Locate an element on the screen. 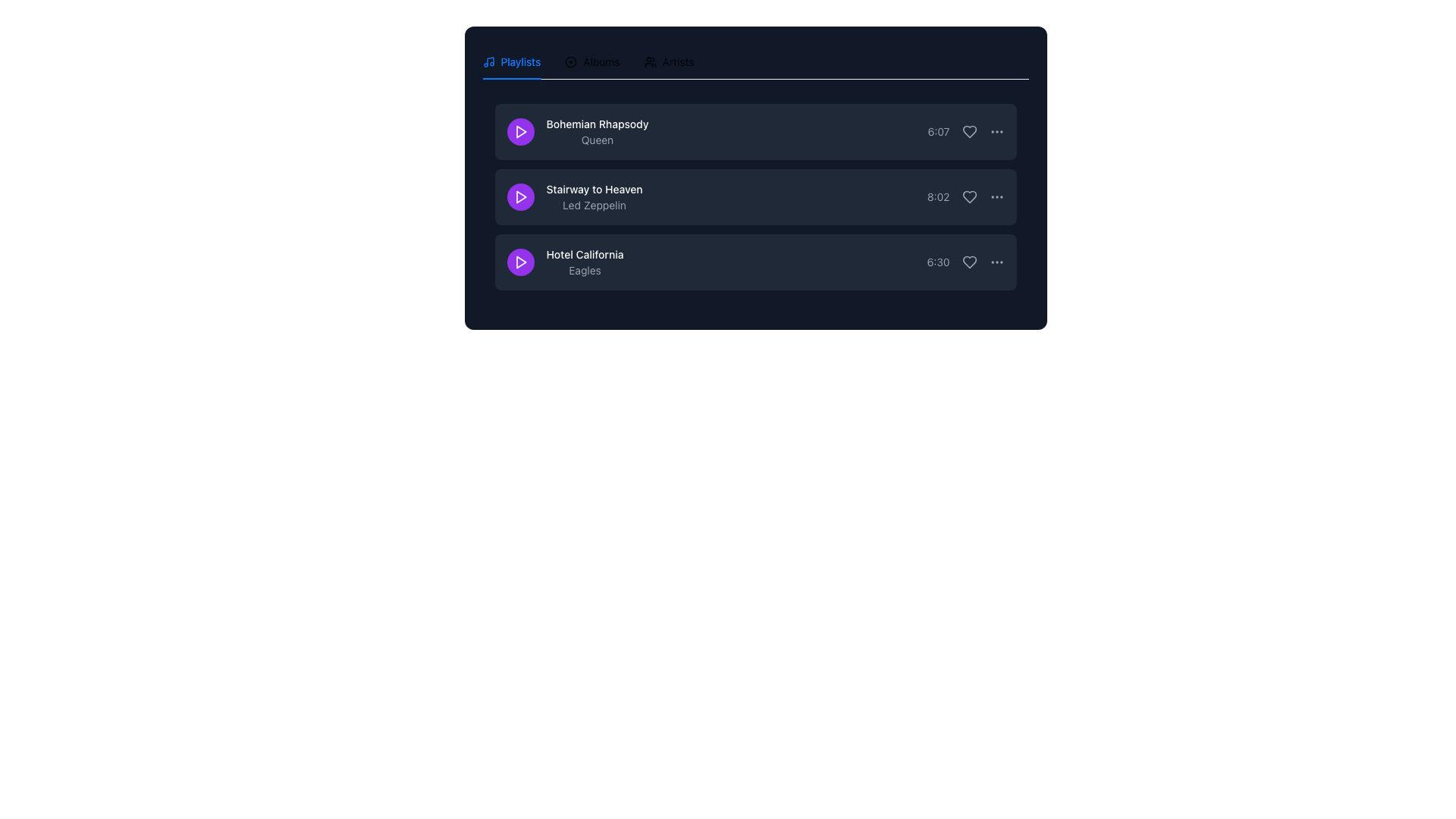 This screenshot has height=819, width=1456. the triangular play icon, which is located within a purple circular background and is positioned to the left of the 'Bohemian Rhapsody' playlist item is located at coordinates (520, 130).